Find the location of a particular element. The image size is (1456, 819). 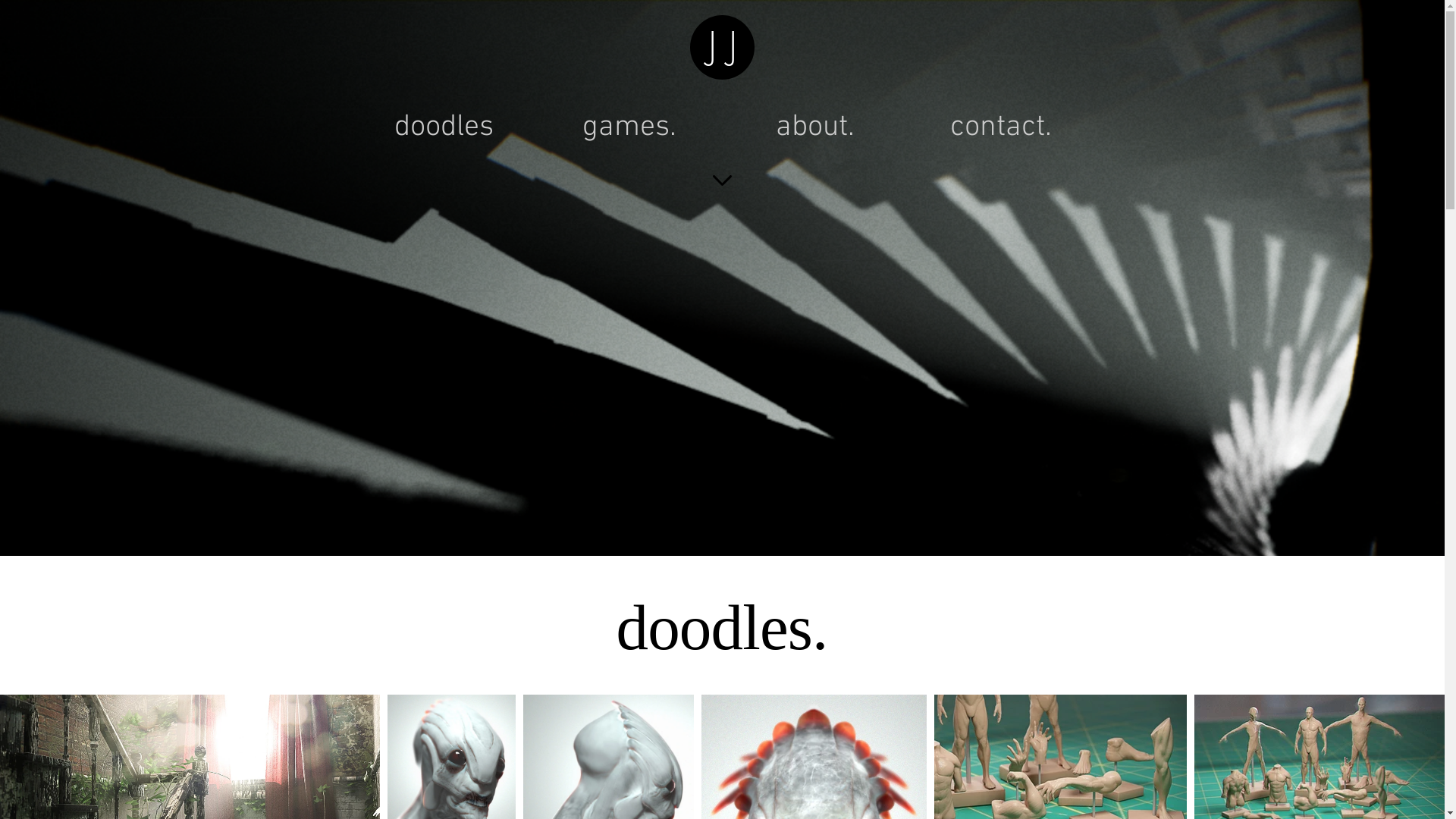

'J J' is located at coordinates (722, 45).